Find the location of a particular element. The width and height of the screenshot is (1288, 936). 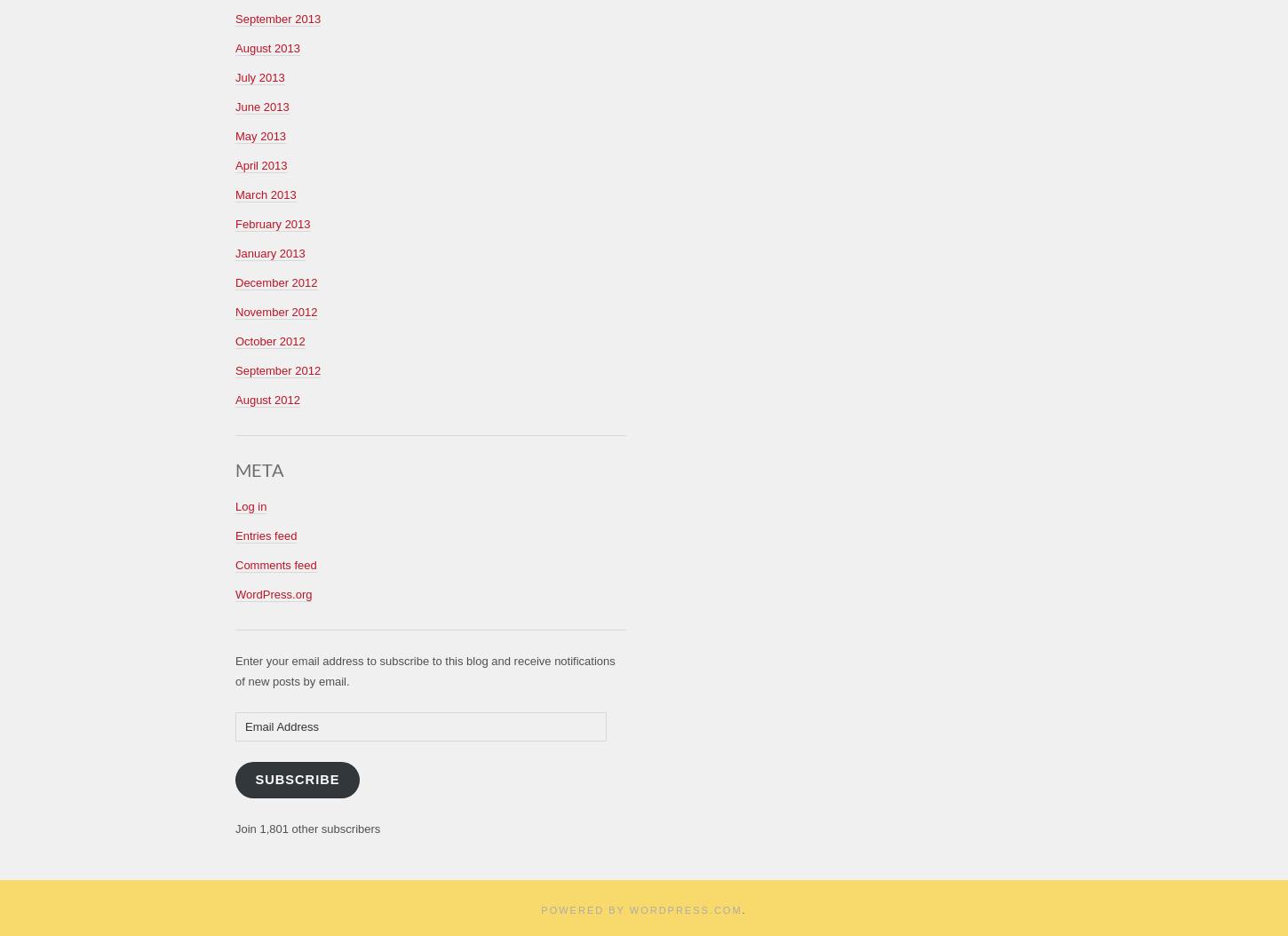

'April 2013' is located at coordinates (261, 163).